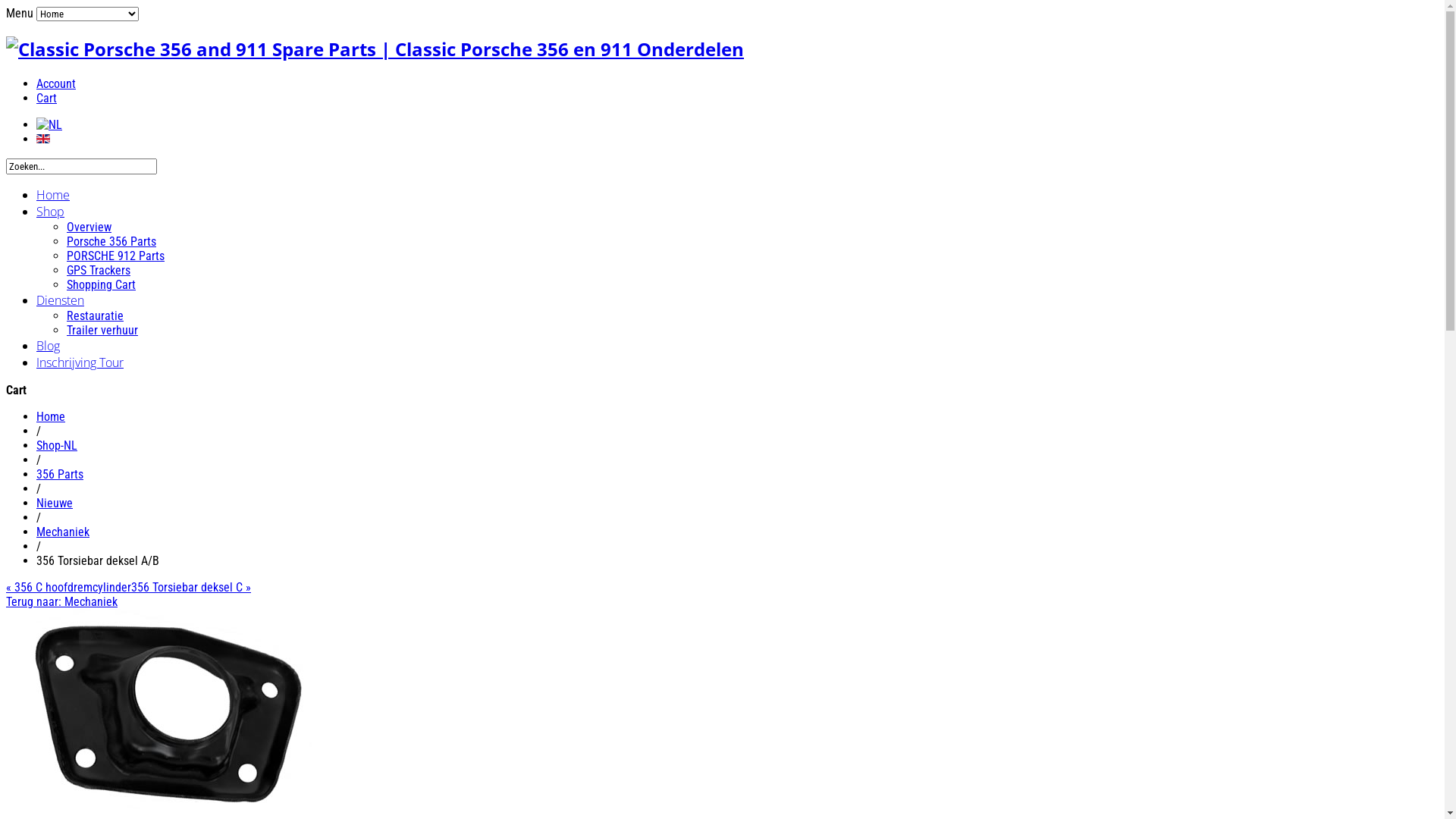  Describe the element at coordinates (49, 124) in the screenshot. I see `'NL'` at that location.